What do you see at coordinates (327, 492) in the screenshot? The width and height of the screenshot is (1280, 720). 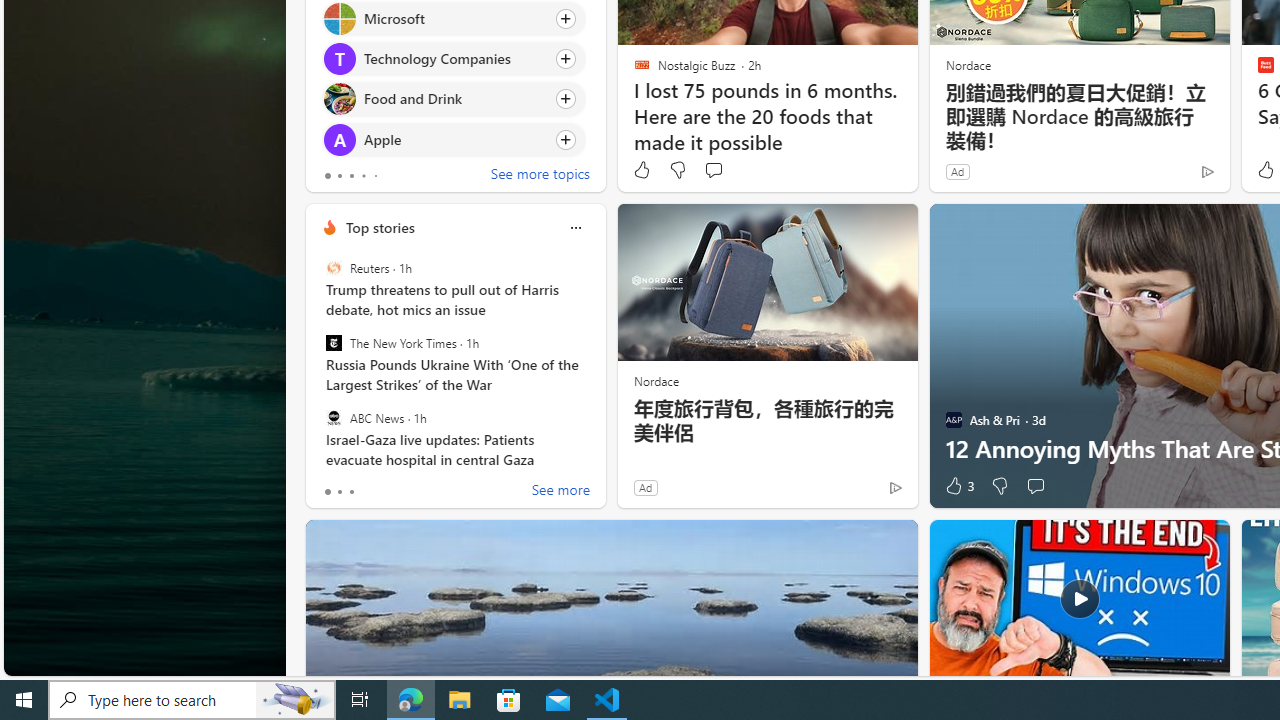 I see `'tab-0'` at bounding box center [327, 492].